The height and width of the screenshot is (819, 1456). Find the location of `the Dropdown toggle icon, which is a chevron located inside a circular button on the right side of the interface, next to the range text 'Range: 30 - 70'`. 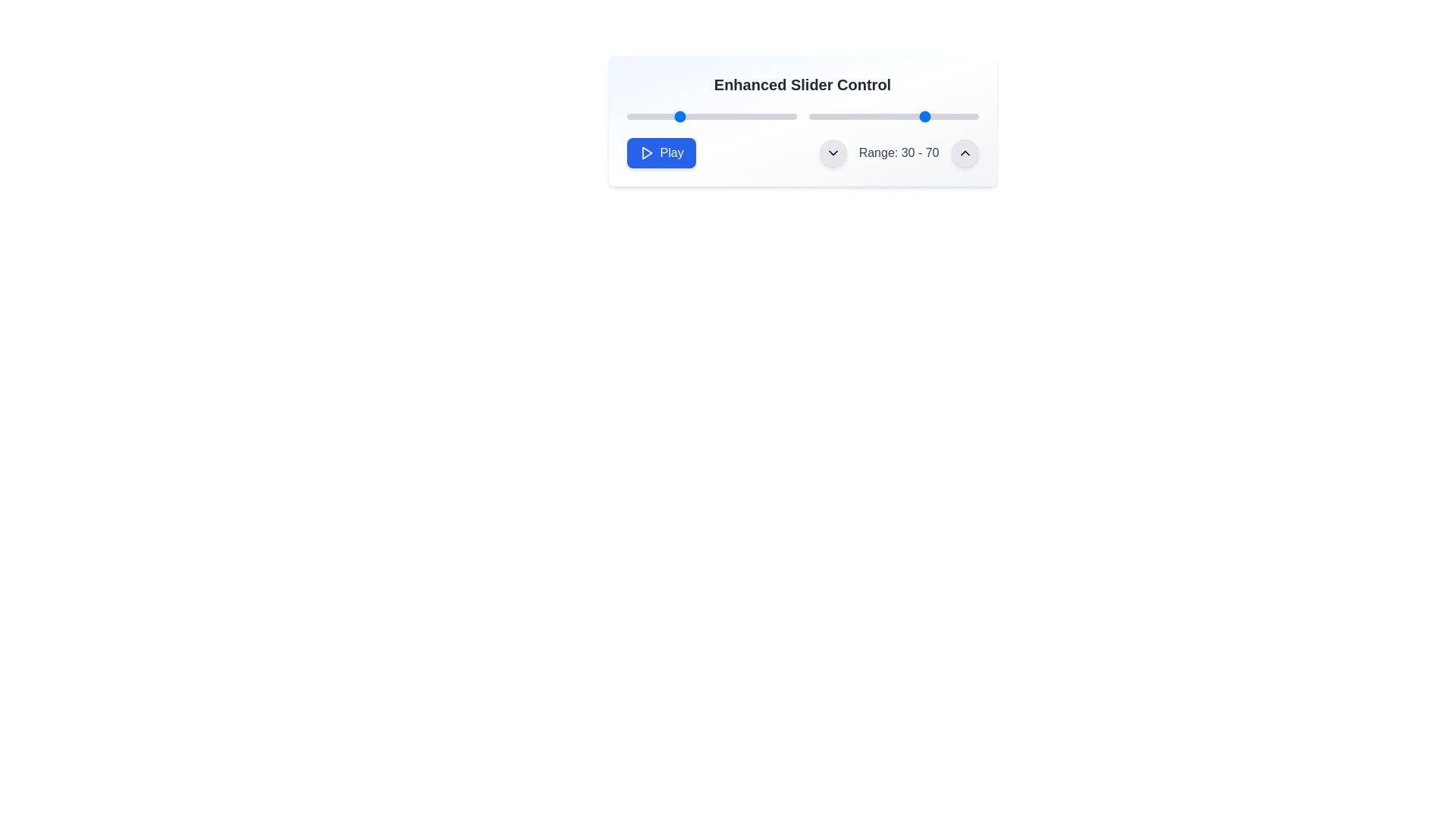

the Dropdown toggle icon, which is a chevron located inside a circular button on the right side of the interface, next to the range text 'Range: 30 - 70' is located at coordinates (832, 152).